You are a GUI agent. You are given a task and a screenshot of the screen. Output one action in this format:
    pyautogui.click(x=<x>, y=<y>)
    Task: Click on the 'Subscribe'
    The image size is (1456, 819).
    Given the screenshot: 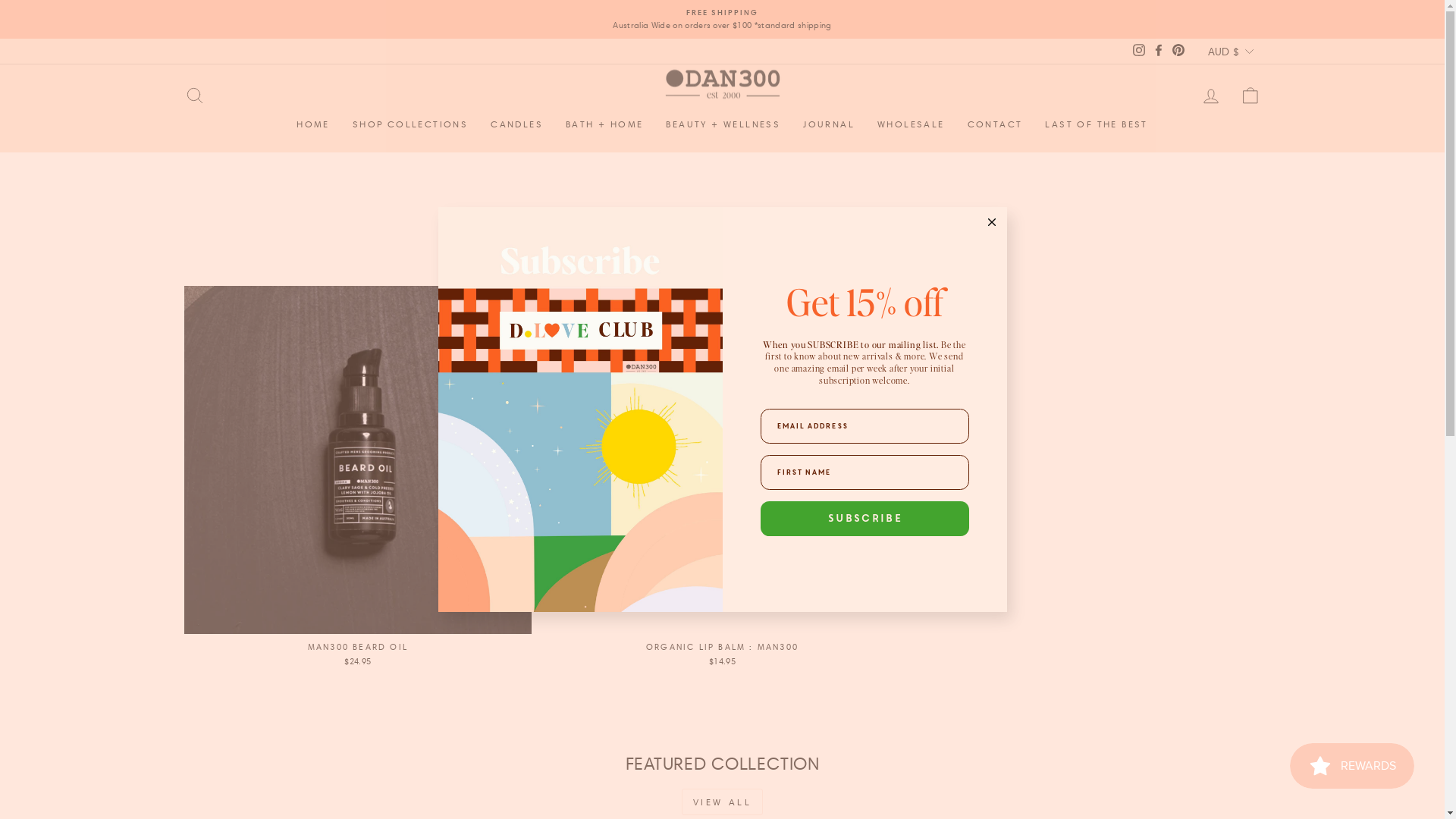 What is the action you would take?
    pyautogui.click(x=864, y=517)
    